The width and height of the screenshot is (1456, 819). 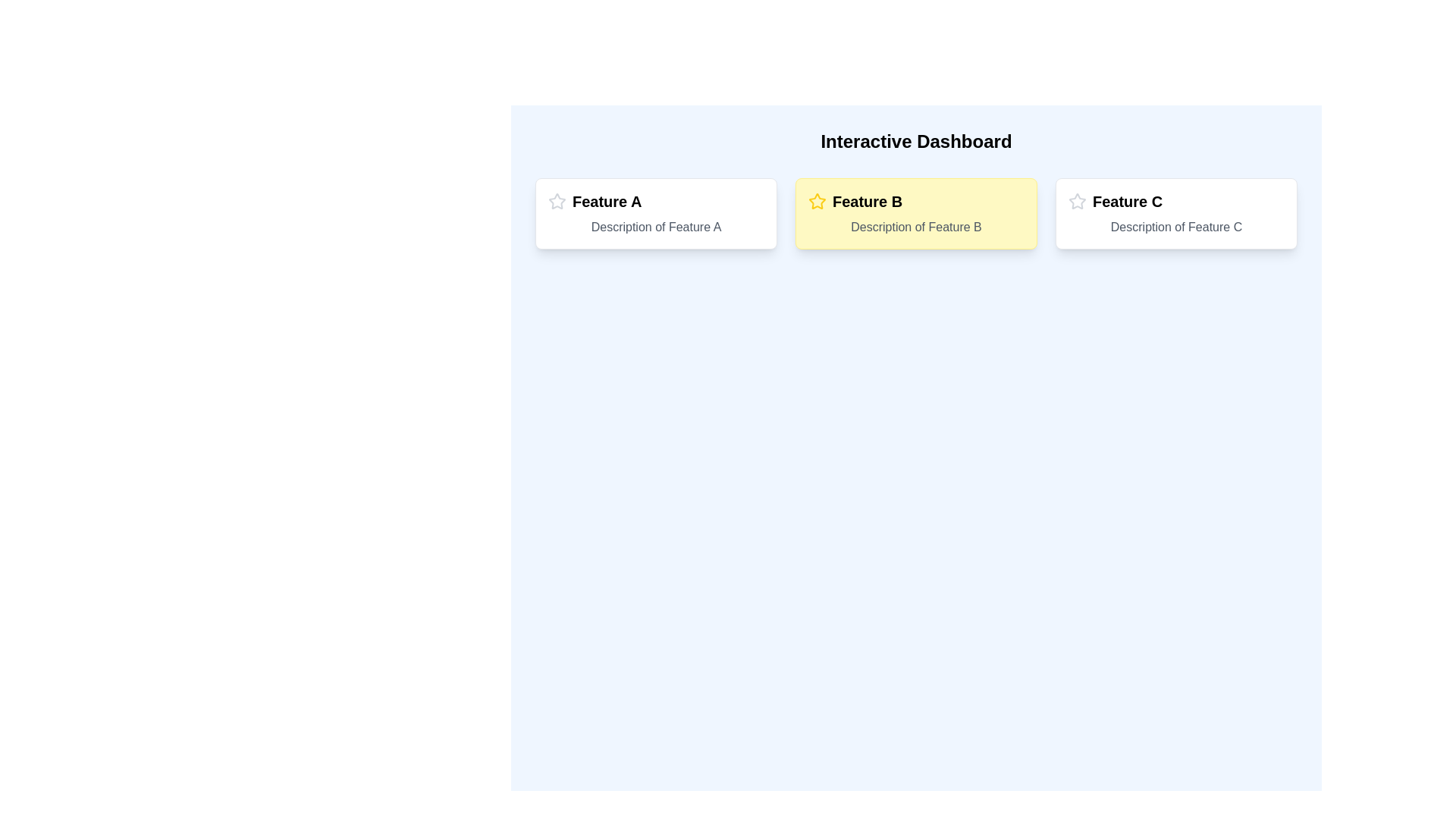 I want to click on the star-shaped icon located in the 'Feature A' section, which is styled with a thin outline and dimensions of 24x24 pixels, positioned immediately to the left of the text 'Feature A', so click(x=556, y=201).